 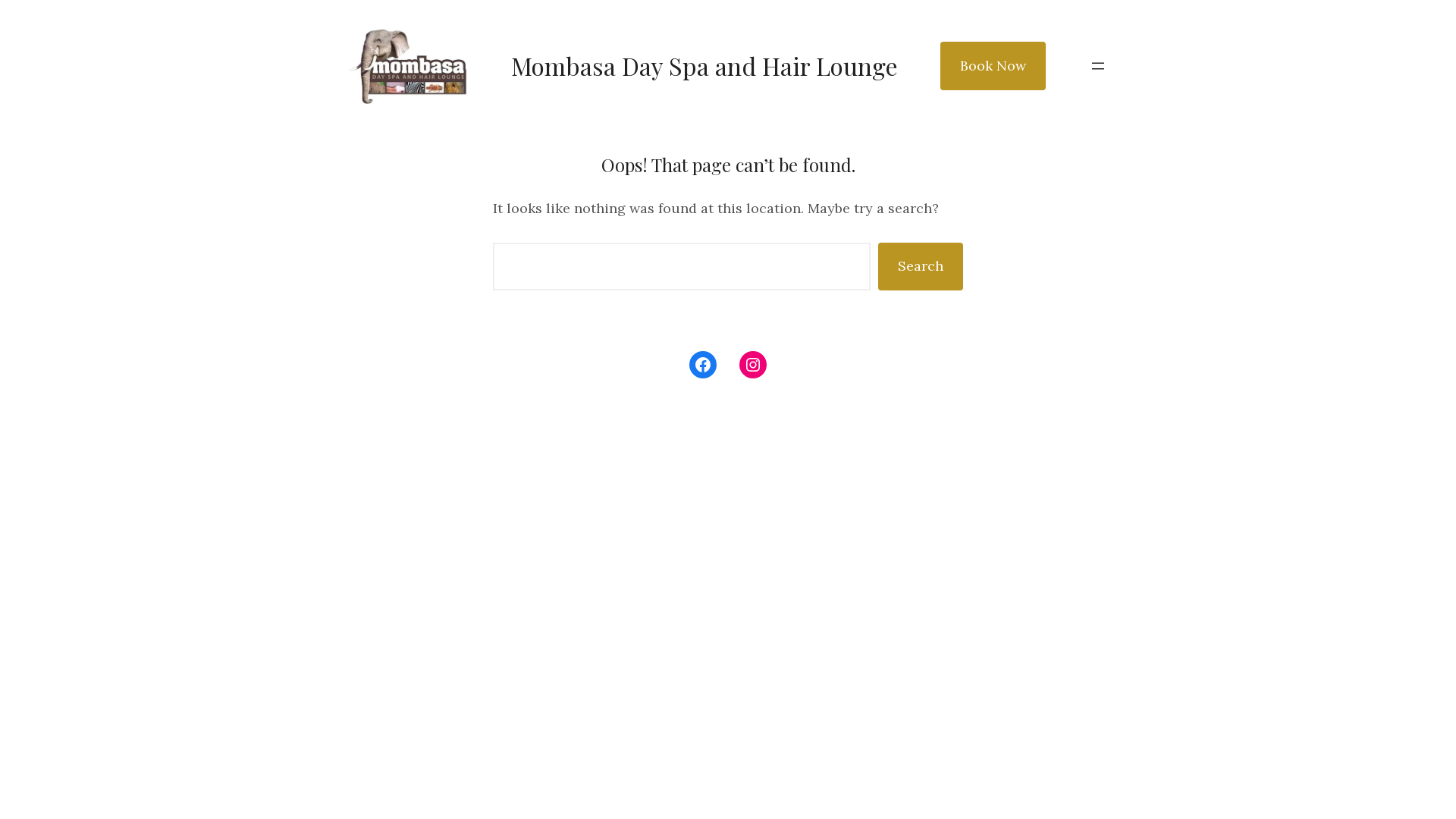 What do you see at coordinates (920, 265) in the screenshot?
I see `'Search'` at bounding box center [920, 265].